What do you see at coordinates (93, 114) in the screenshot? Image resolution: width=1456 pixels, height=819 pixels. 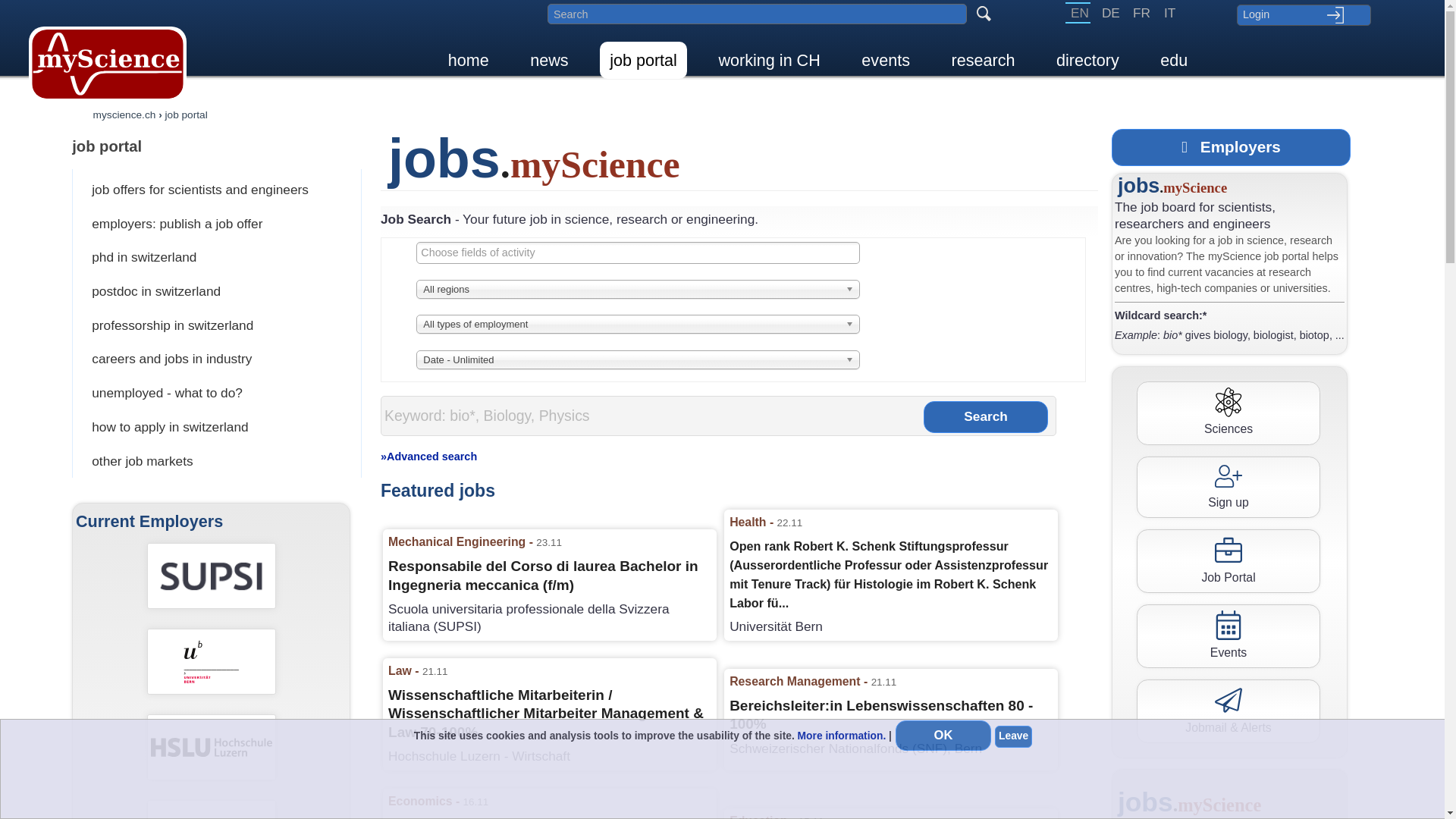 I see `'myscience.ch'` at bounding box center [93, 114].